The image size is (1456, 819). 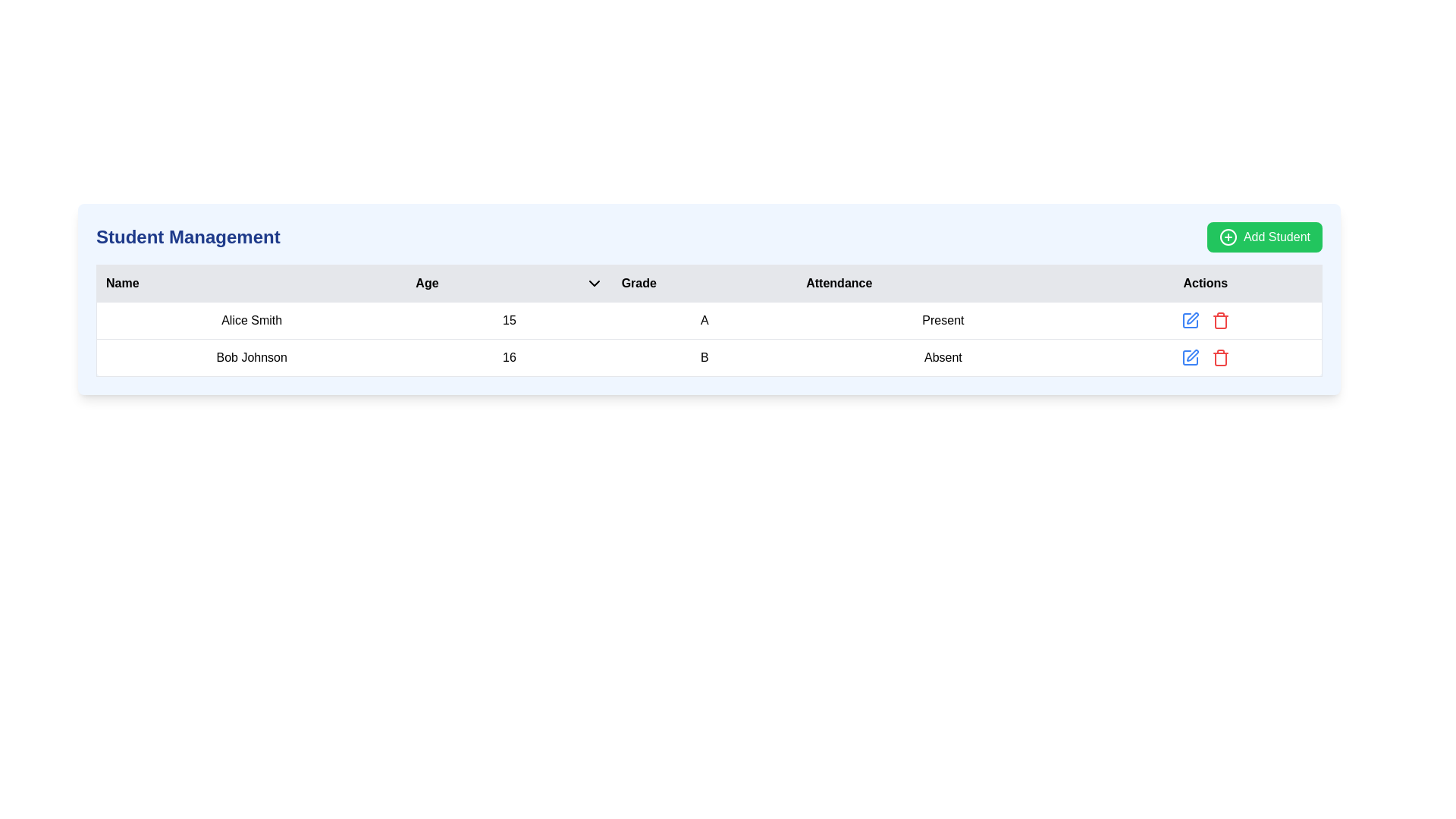 I want to click on the graphical icon representing the functionality of adding a new student, located at the center of the 'Add Student' button on the top right corner of the interface, so click(x=1228, y=237).